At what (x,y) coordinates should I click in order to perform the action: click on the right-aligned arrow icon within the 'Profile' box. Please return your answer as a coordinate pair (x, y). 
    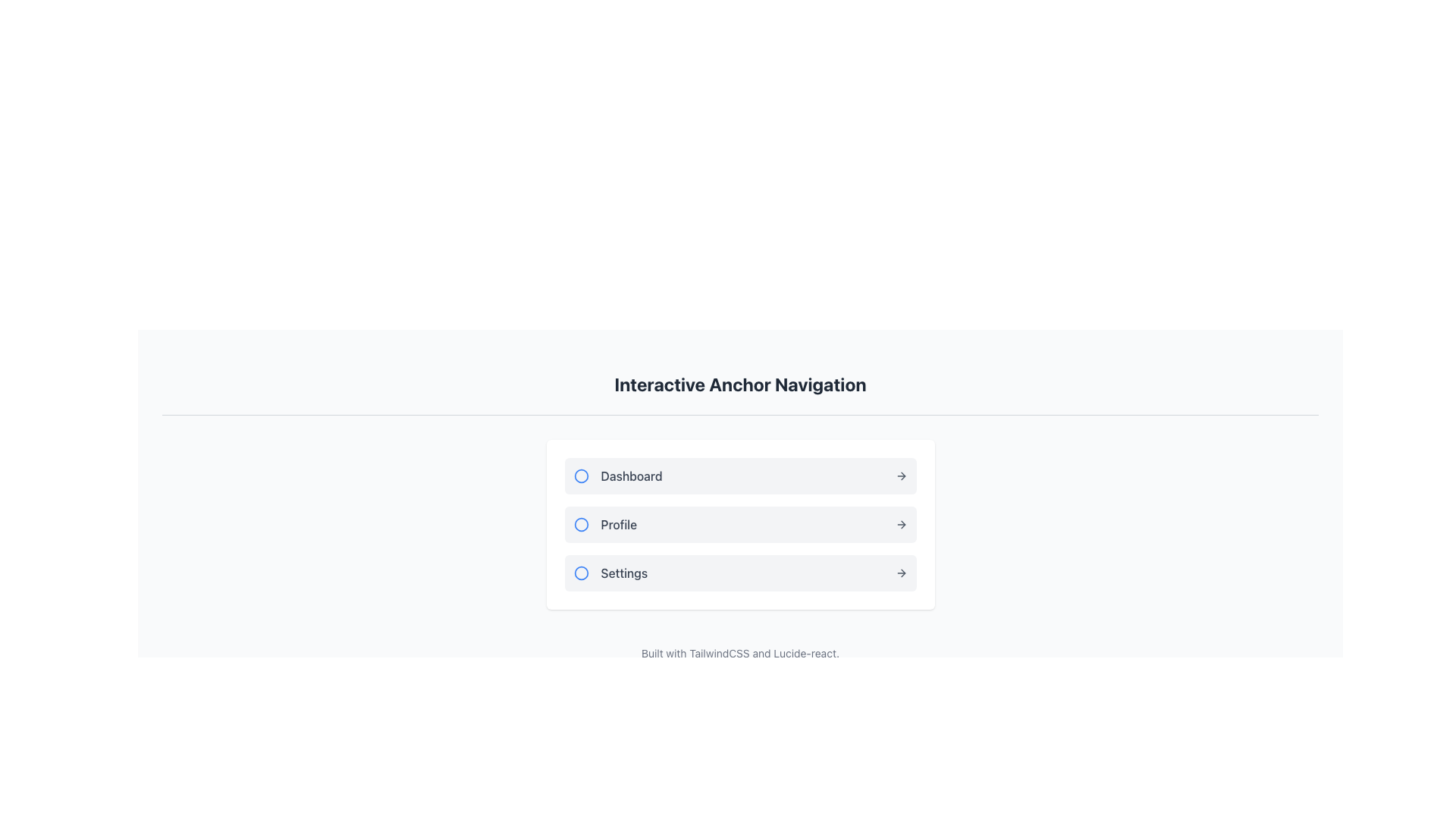
    Looking at the image, I should click on (901, 523).